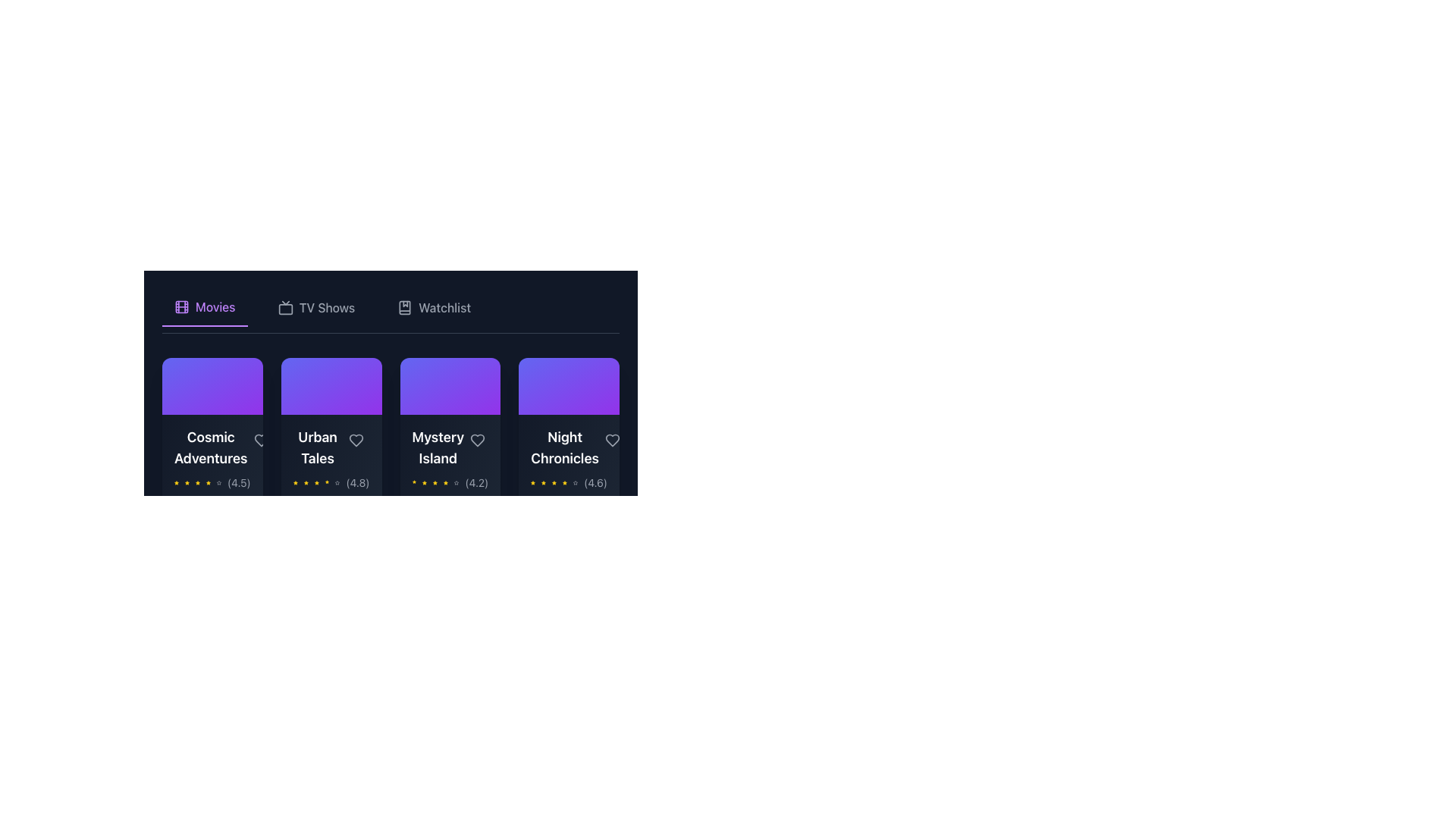 This screenshot has width=1456, height=819. What do you see at coordinates (218, 482) in the screenshot?
I see `the fifth star icon used for rating purposes in the 'Cosmic Adventures' content card footer to indicate the last level of a five-star rating scale` at bounding box center [218, 482].